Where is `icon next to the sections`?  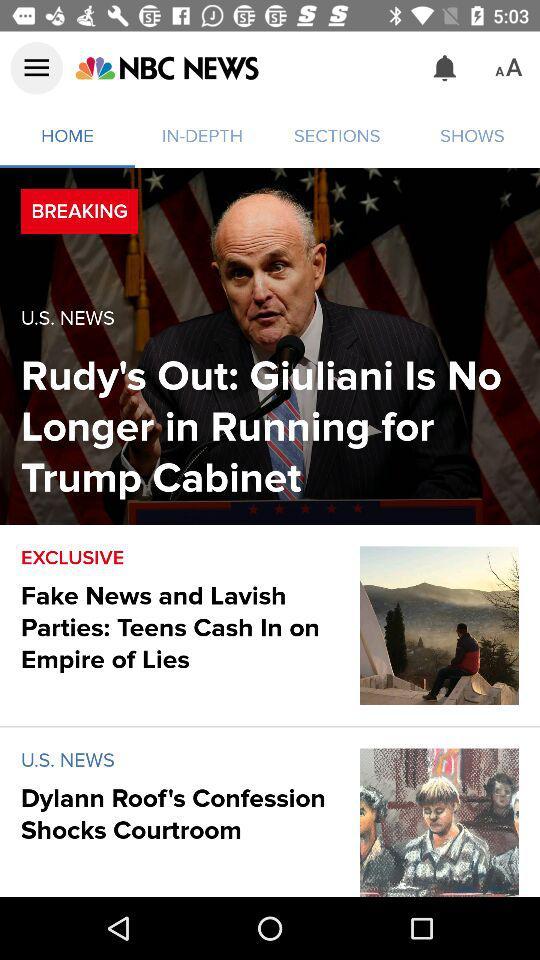
icon next to the sections is located at coordinates (165, 68).